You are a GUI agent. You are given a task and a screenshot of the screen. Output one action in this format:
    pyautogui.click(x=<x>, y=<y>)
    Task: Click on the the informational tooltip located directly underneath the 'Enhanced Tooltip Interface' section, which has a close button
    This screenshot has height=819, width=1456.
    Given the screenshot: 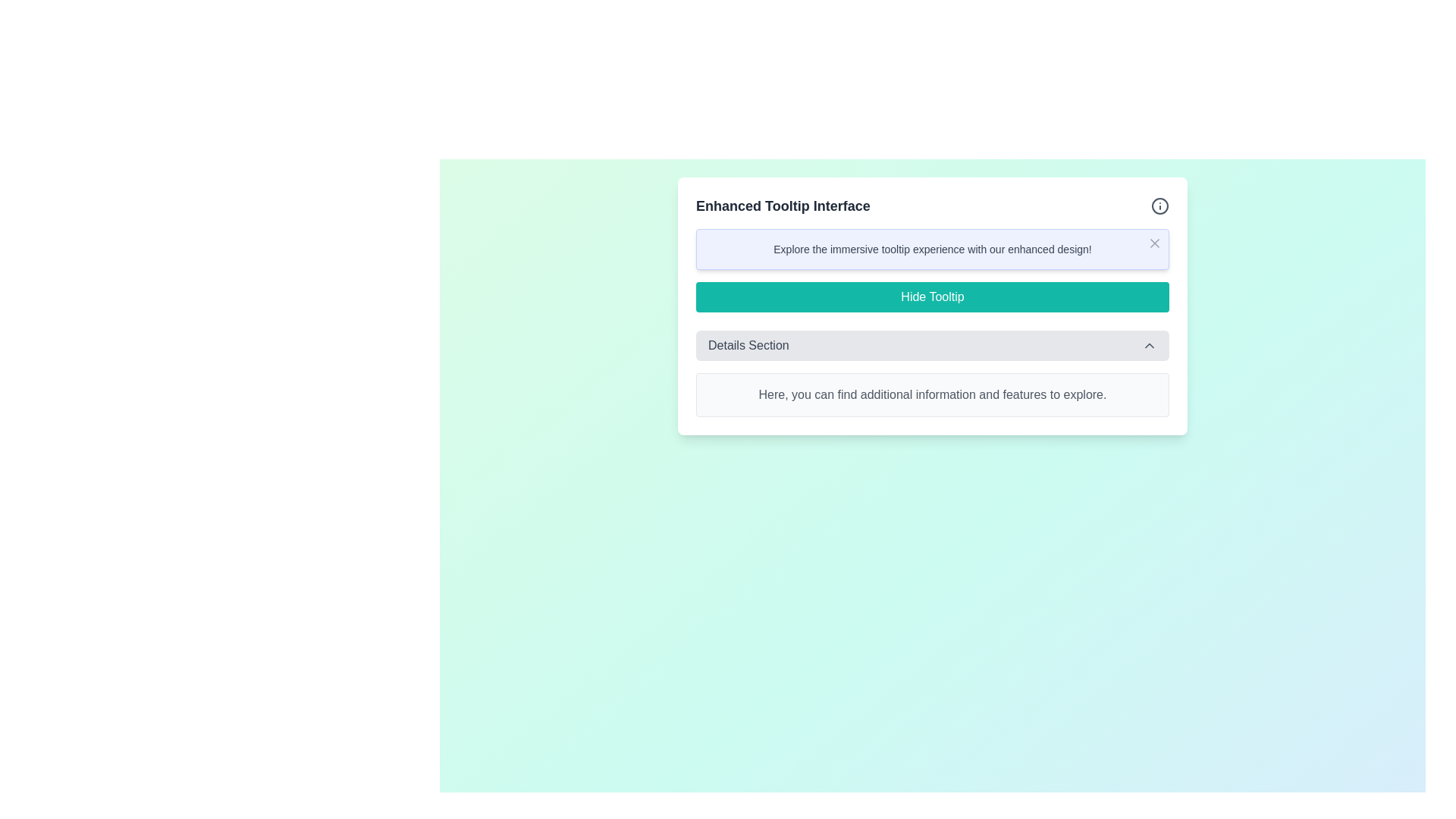 What is the action you would take?
    pyautogui.click(x=931, y=248)
    